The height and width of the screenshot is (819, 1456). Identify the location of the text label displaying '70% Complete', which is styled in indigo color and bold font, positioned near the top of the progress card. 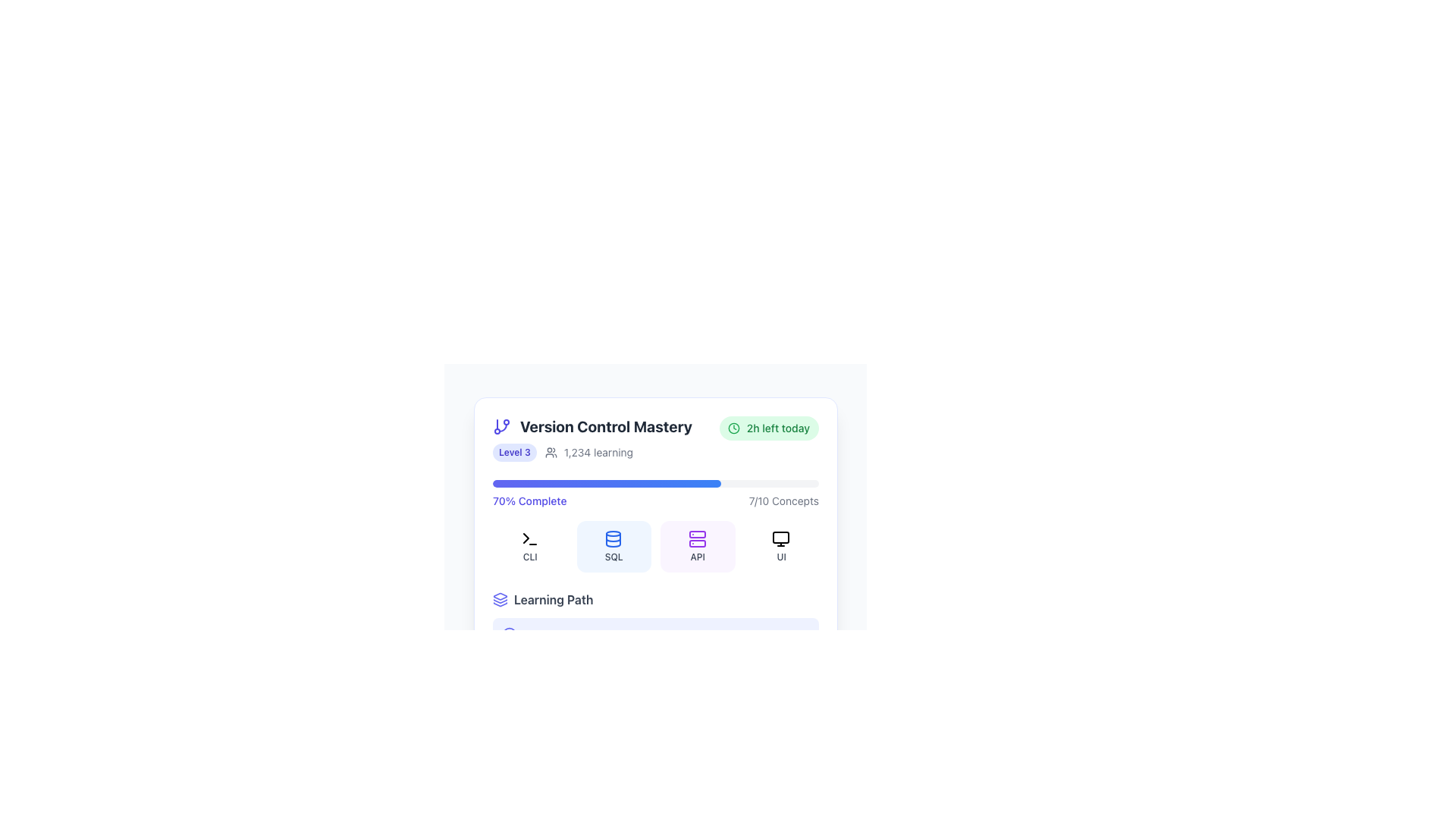
(529, 500).